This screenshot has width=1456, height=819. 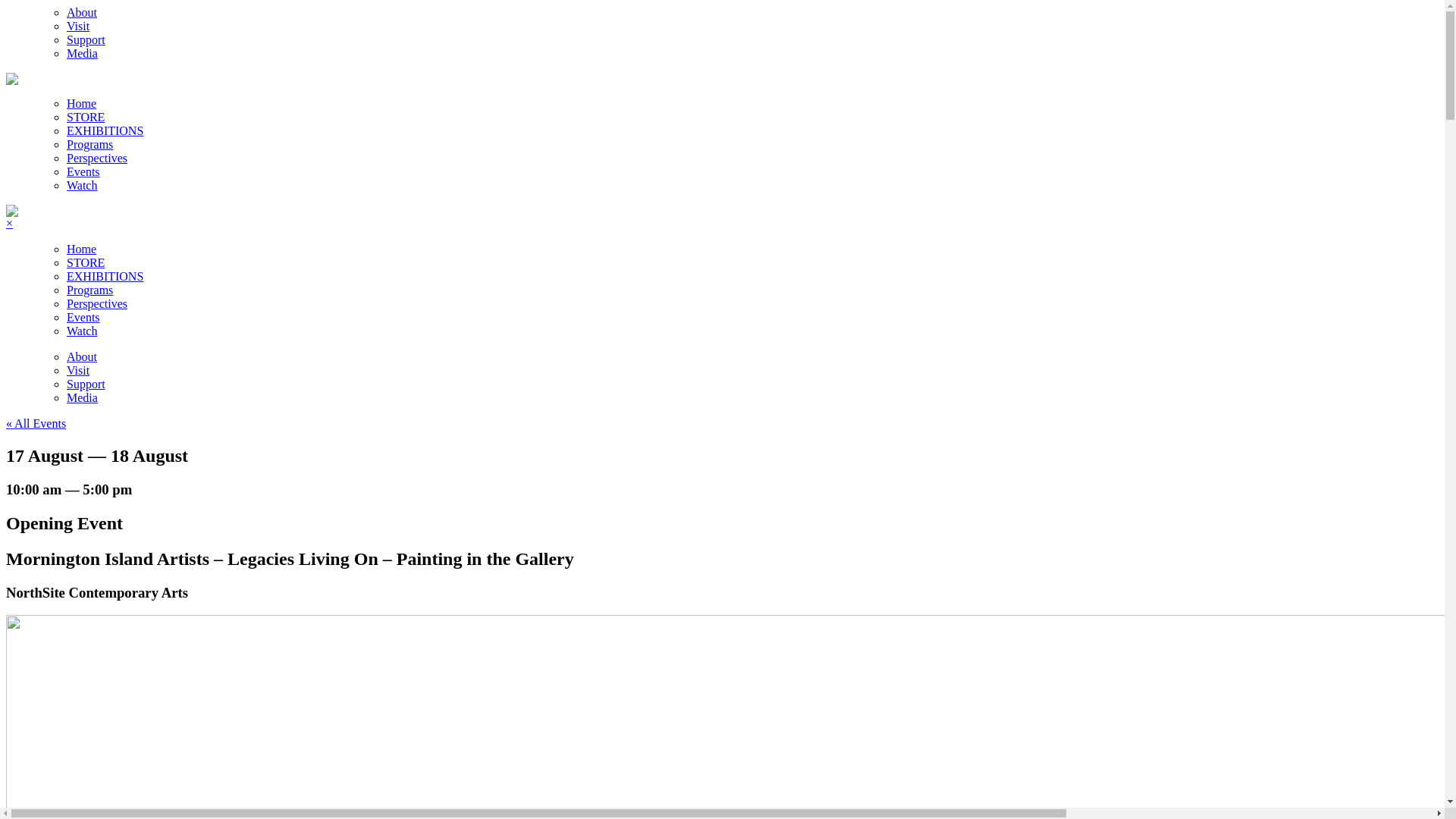 I want to click on 'Programs', so click(x=89, y=144).